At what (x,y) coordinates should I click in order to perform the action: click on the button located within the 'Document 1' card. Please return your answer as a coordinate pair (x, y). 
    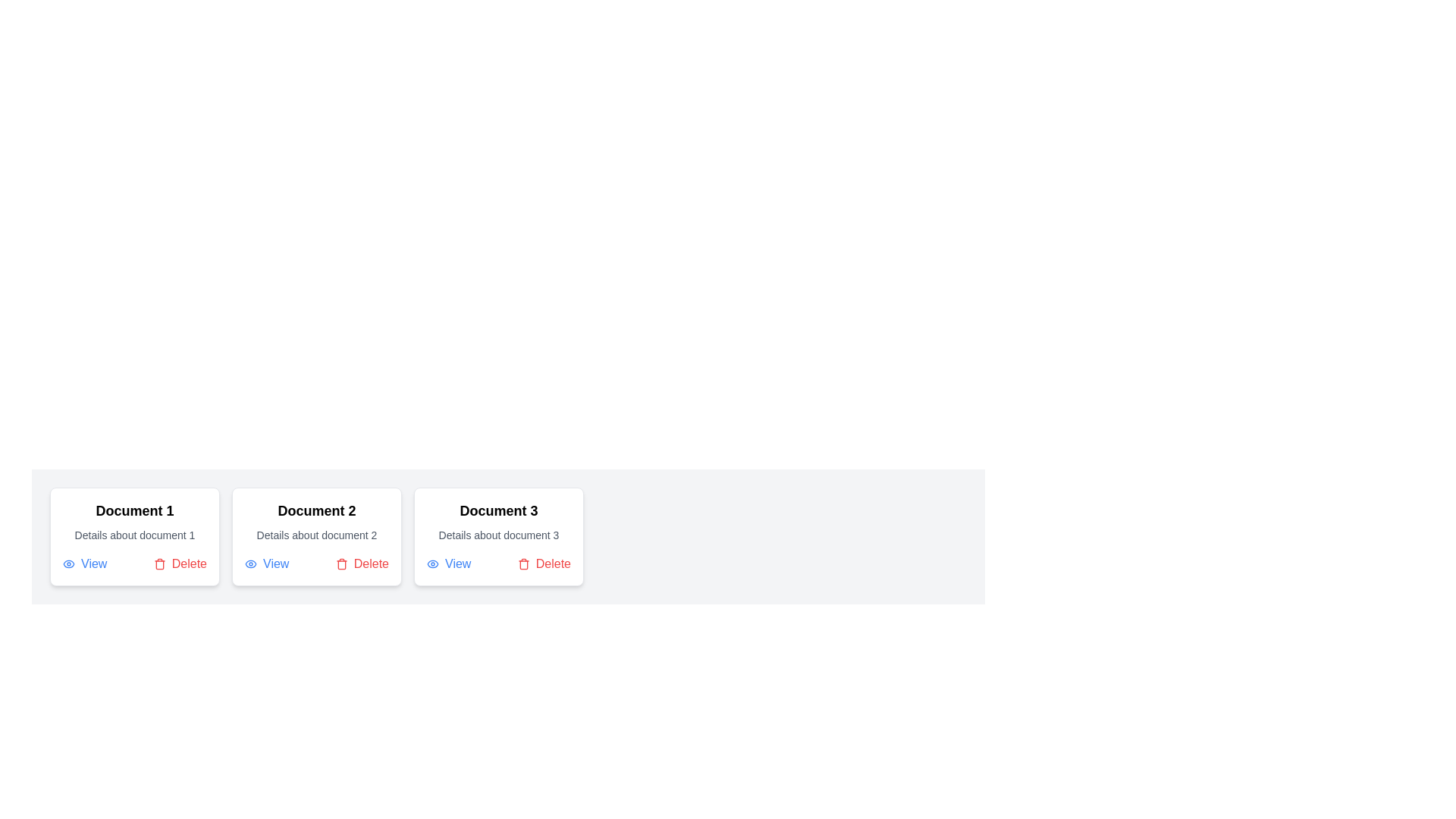
    Looking at the image, I should click on (83, 564).